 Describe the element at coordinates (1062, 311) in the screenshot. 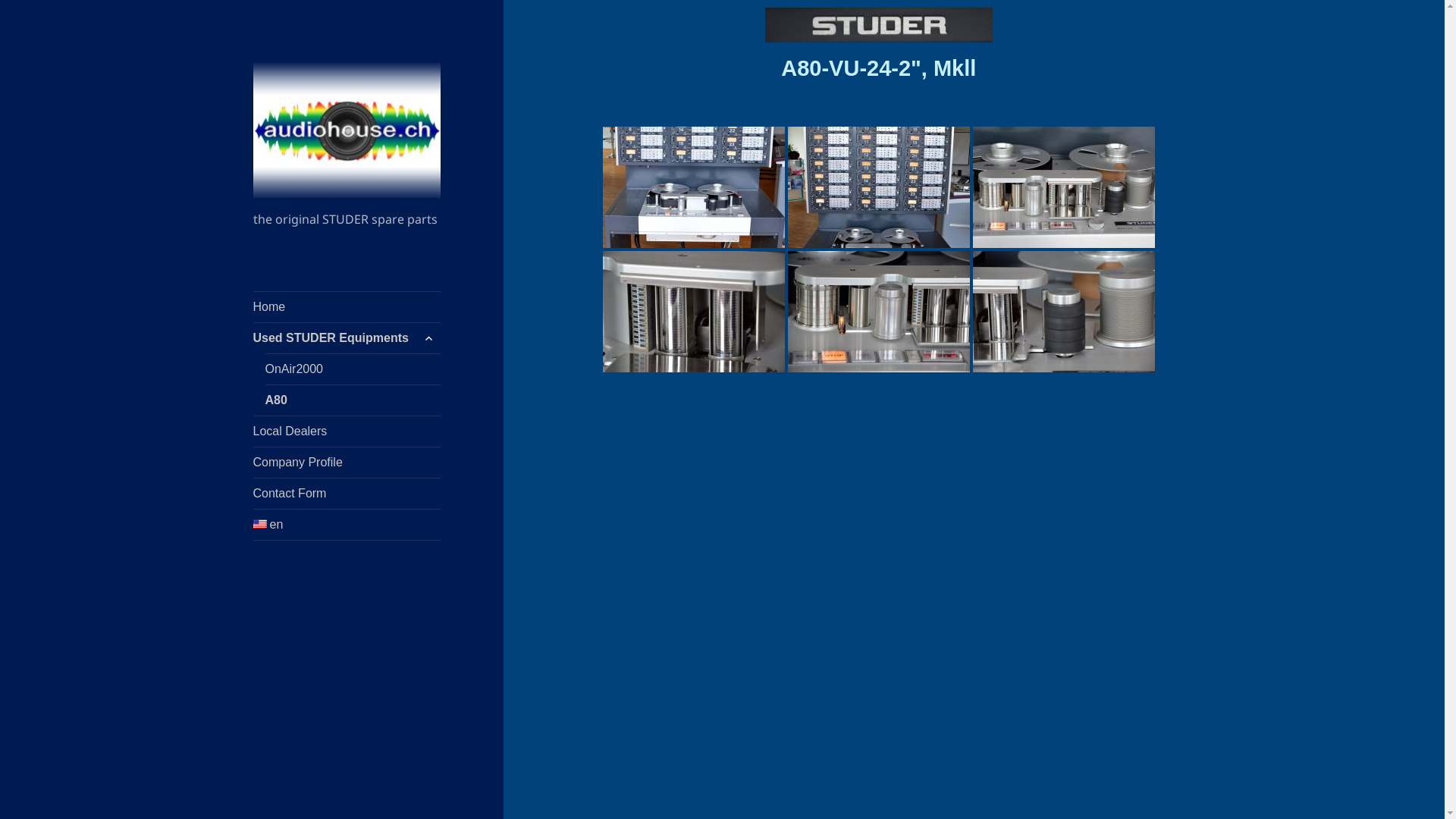

I see `'A80-VU-24-239-6-scaled'` at that location.